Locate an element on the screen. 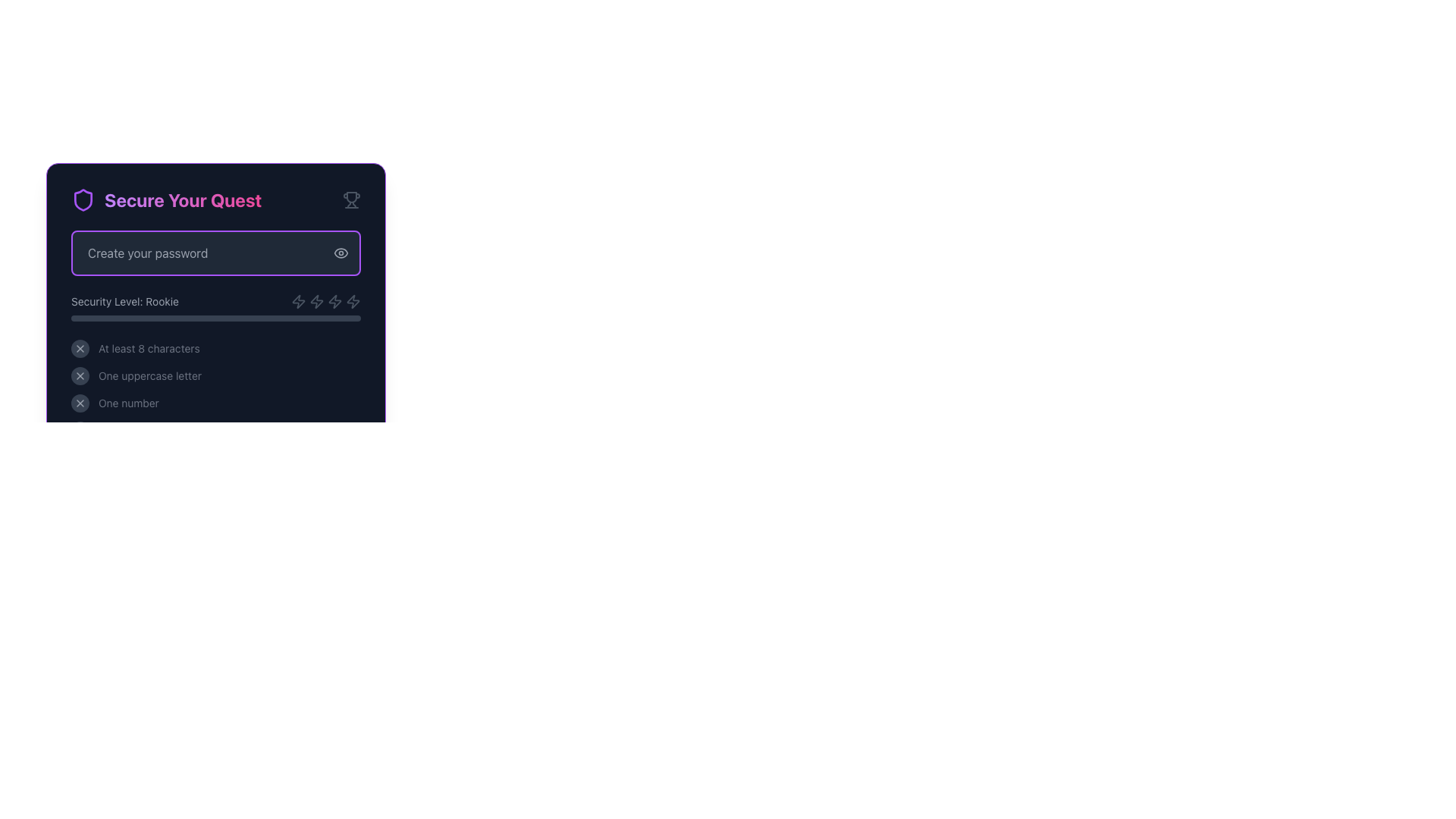 The height and width of the screenshot is (819, 1456). the status indicator that shows the requirement for at least one uppercase letter in the password, located below the 'At least 8 characters' criterion and above the 'One number' criterion is located at coordinates (215, 375).